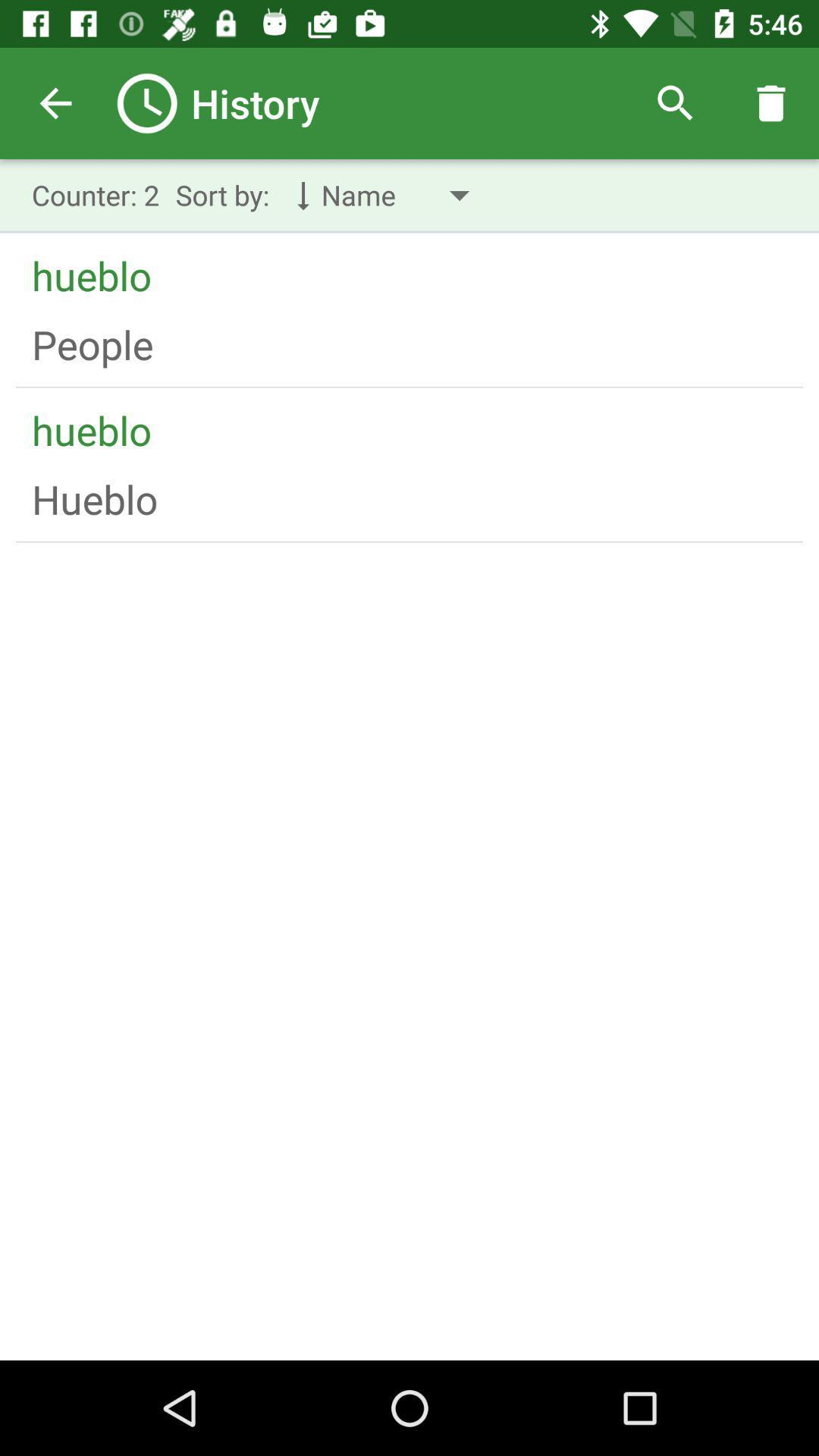 Image resolution: width=819 pixels, height=1456 pixels. What do you see at coordinates (388, 194) in the screenshot?
I see `the drop down with text name` at bounding box center [388, 194].